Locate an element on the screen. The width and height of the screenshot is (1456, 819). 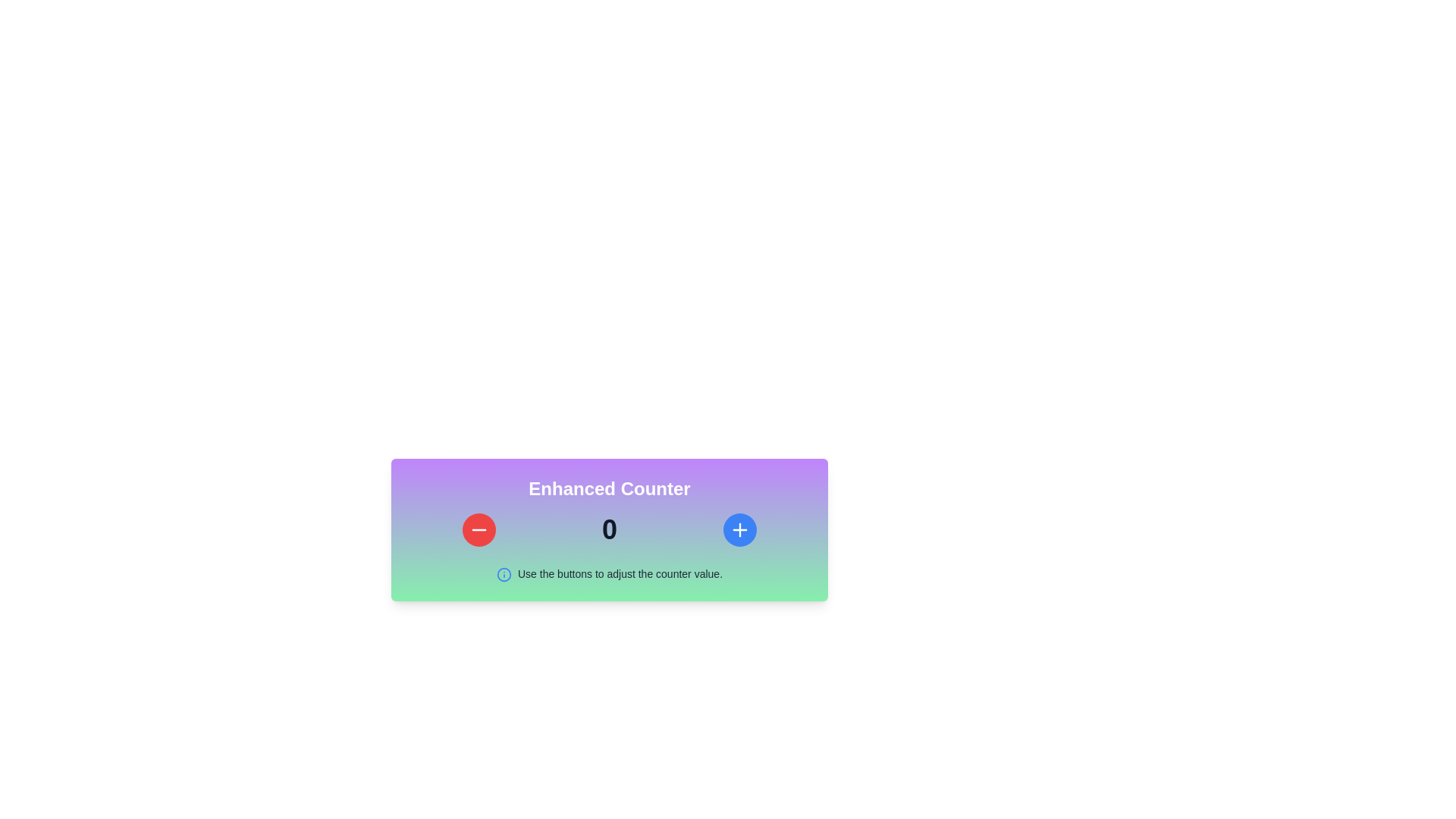
the red circular button with a white minus symbol to decrement the counter is located at coordinates (479, 529).